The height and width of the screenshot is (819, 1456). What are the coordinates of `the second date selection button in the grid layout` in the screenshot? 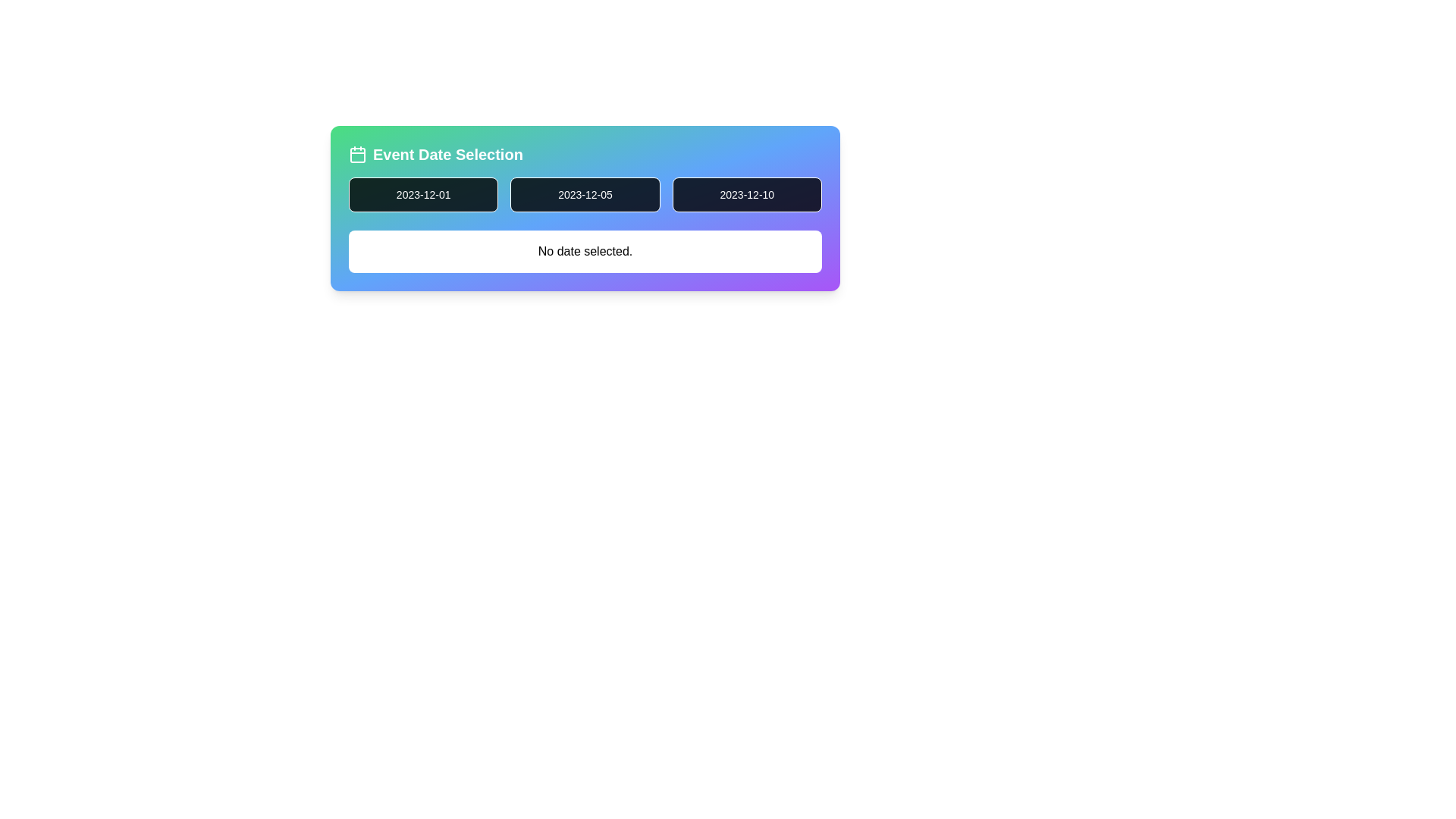 It's located at (585, 194).